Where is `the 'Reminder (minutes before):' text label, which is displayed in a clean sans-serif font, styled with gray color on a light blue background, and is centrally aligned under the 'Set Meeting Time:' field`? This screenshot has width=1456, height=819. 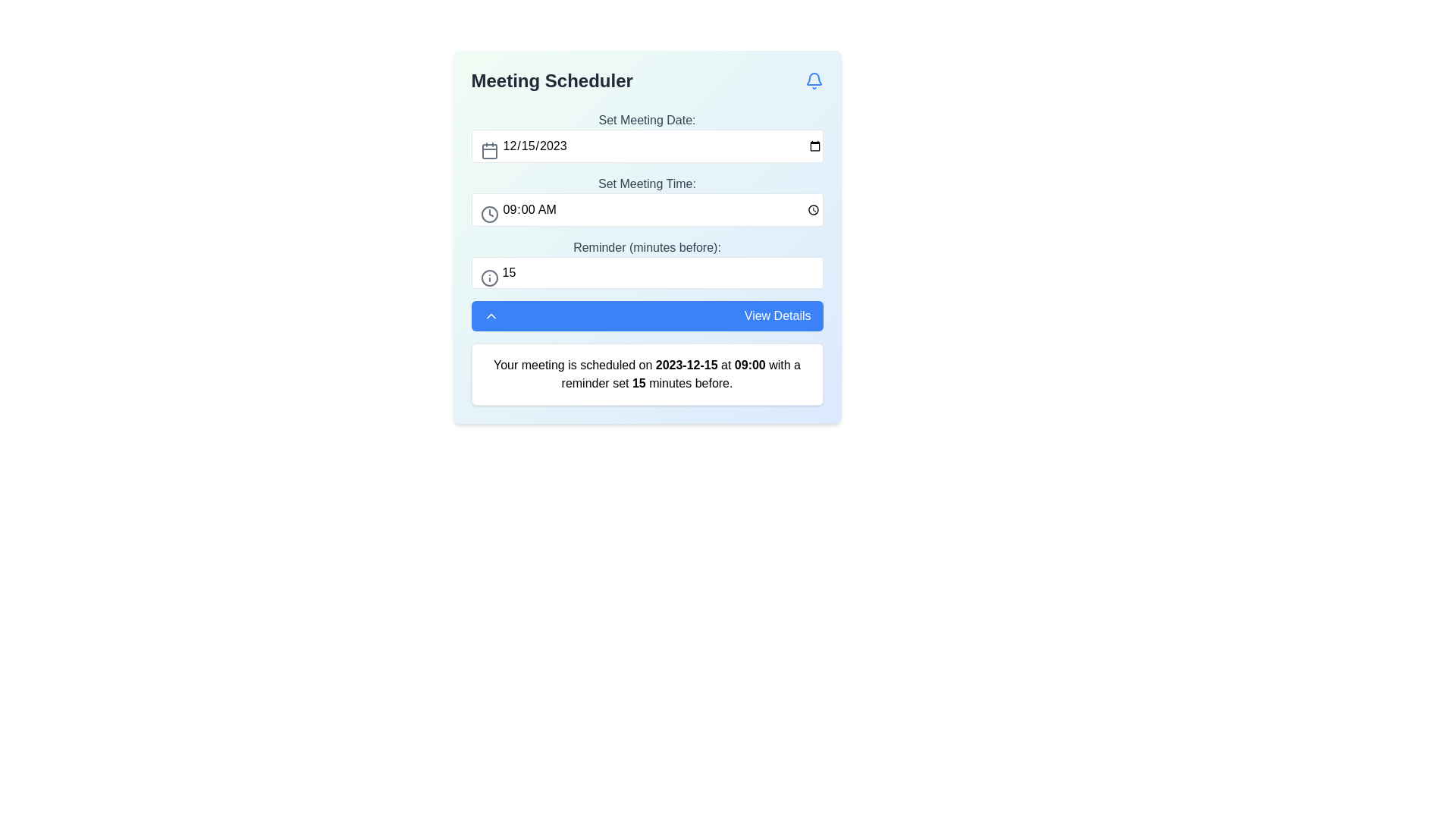 the 'Reminder (minutes before):' text label, which is displayed in a clean sans-serif font, styled with gray color on a light blue background, and is centrally aligned under the 'Set Meeting Time:' field is located at coordinates (647, 247).